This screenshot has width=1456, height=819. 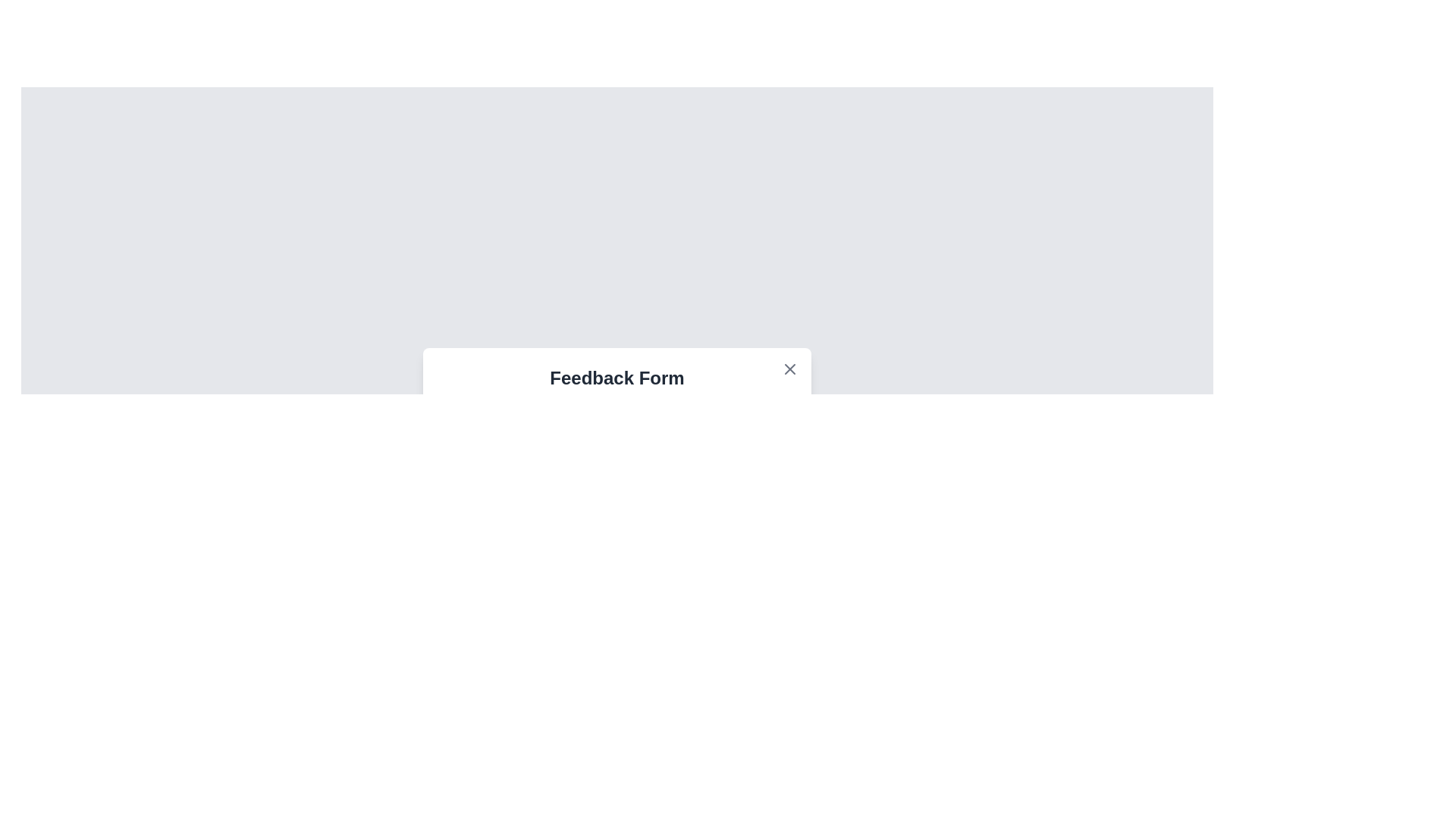 I want to click on the 'X' icon close button located at the top-right corner of the 'Feedback Form' modal, so click(x=789, y=369).